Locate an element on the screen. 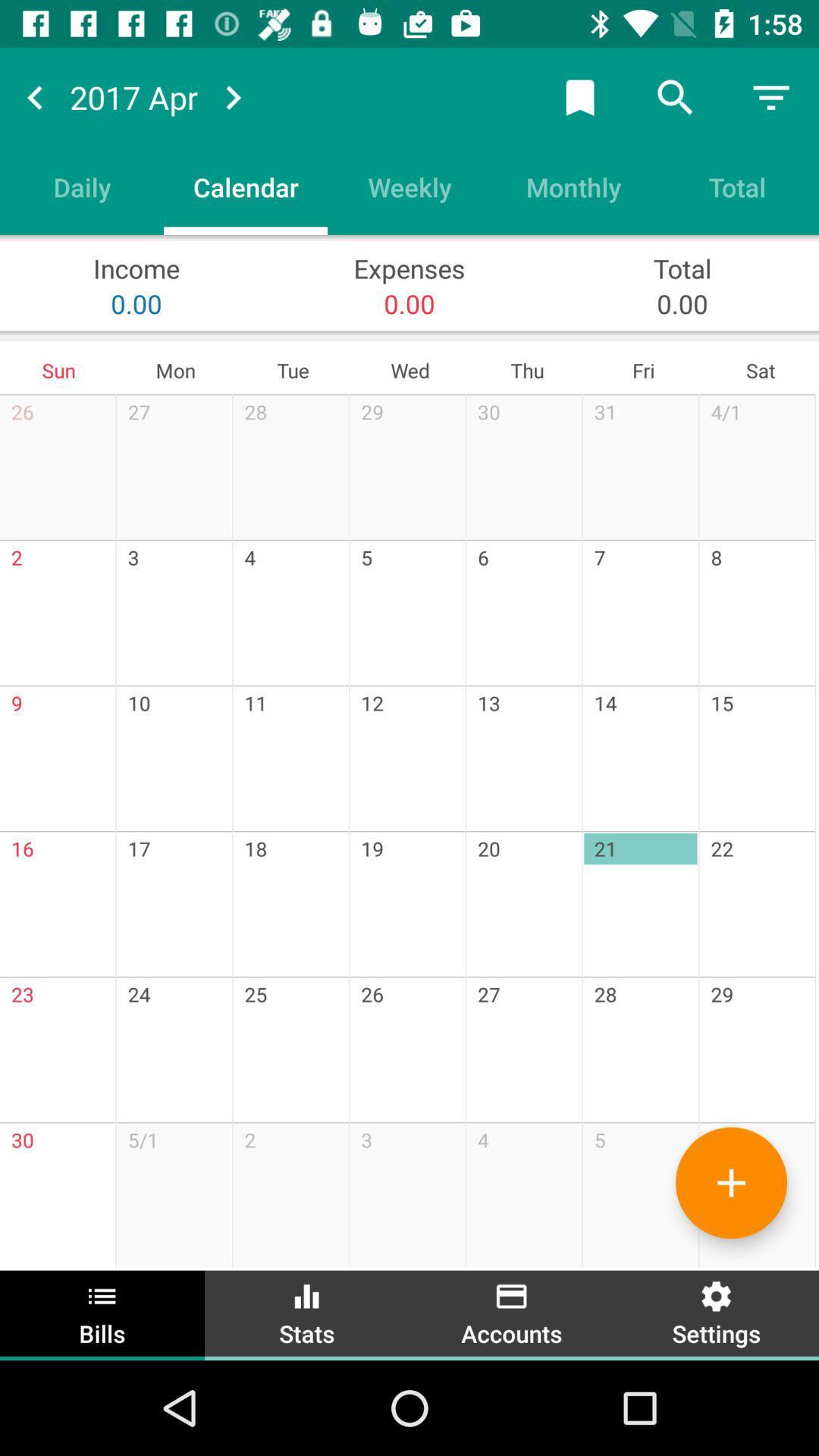  item next to calendar icon is located at coordinates (409, 186).